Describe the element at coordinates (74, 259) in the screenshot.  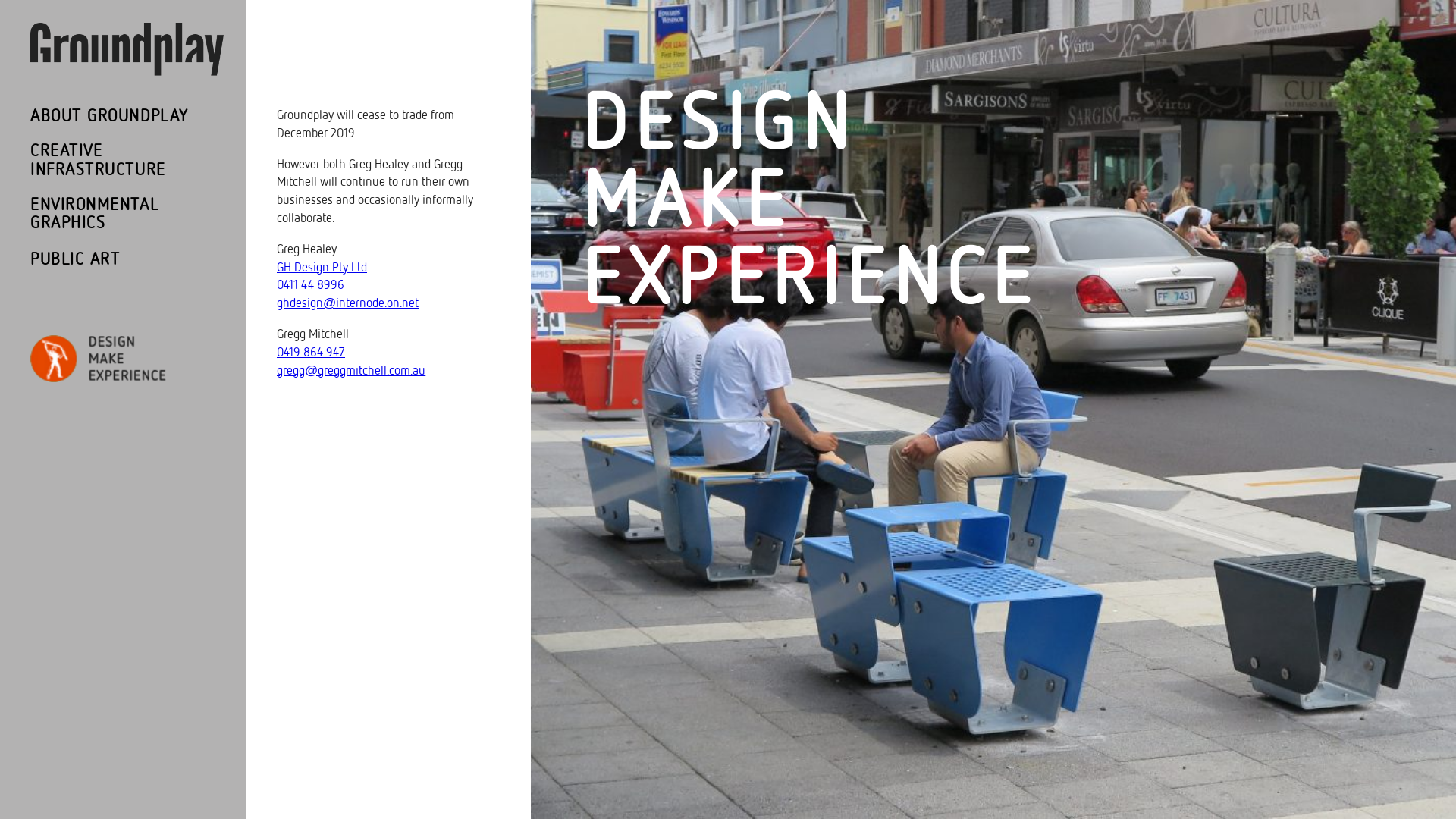
I see `'PUBLIC ART'` at that location.